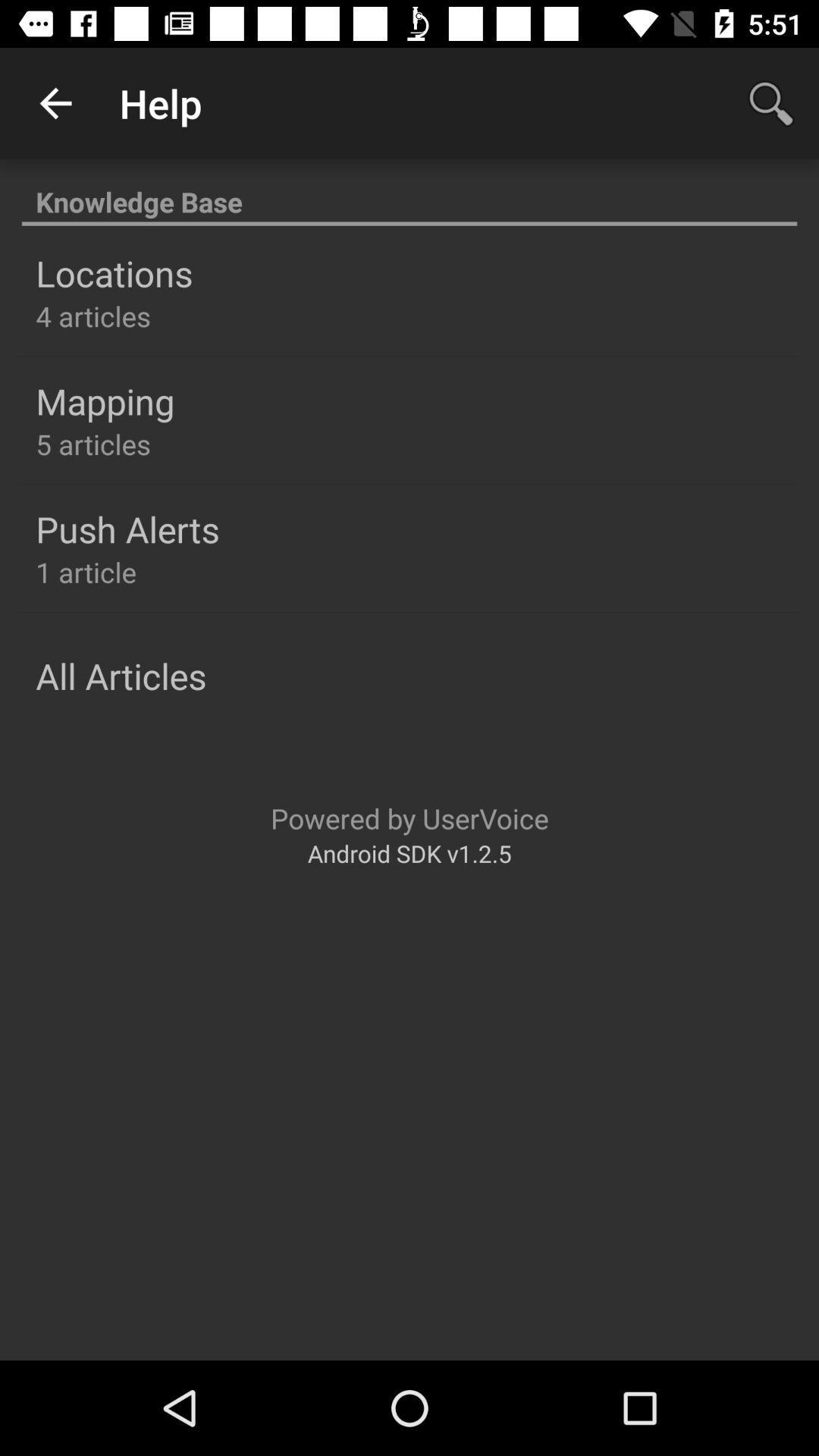 This screenshot has width=819, height=1456. What do you see at coordinates (771, 102) in the screenshot?
I see `icon next to the help icon` at bounding box center [771, 102].